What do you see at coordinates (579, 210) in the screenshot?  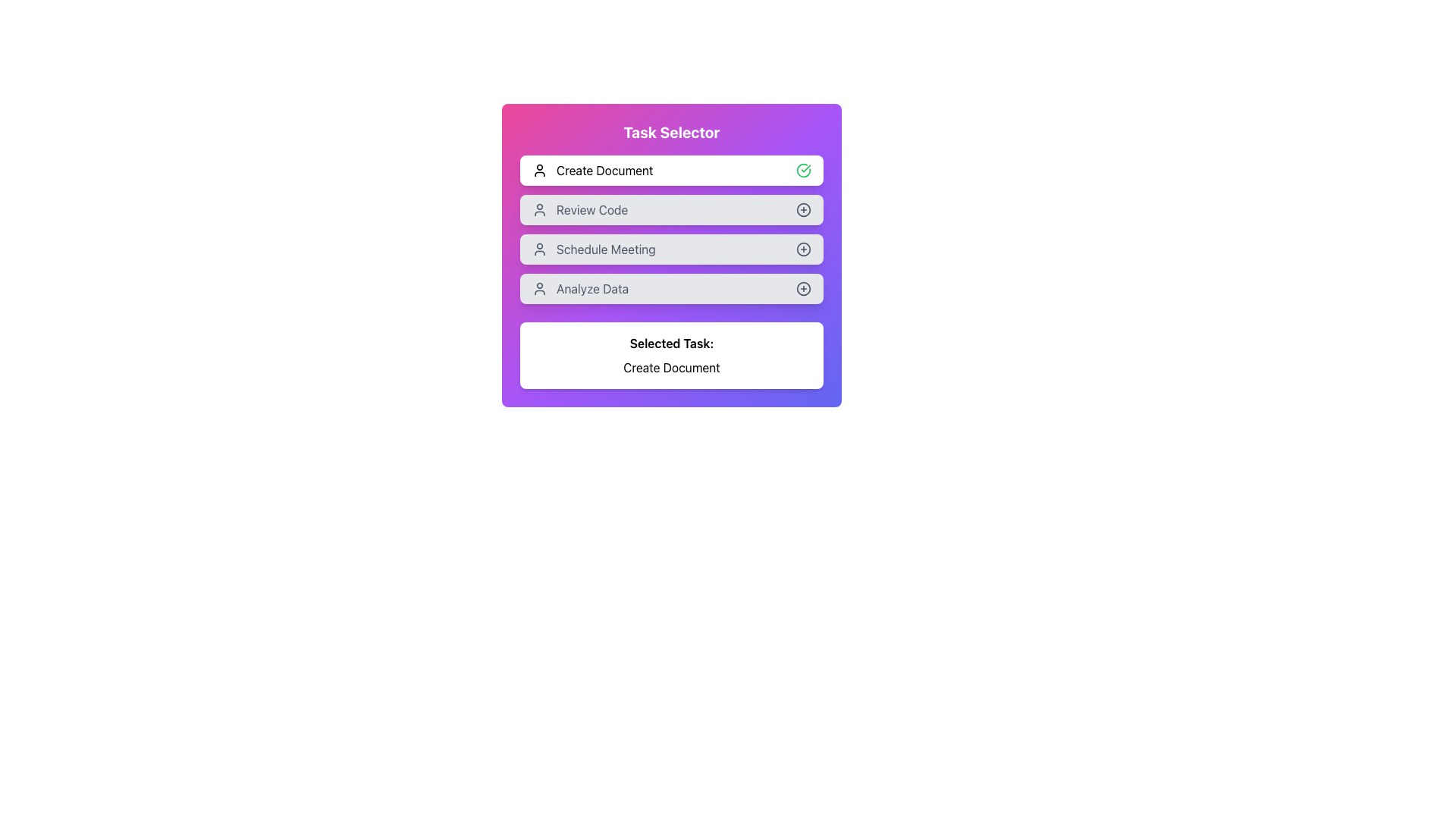 I see `the 'Review Code' button, which is the second option in the task list of the 'Task Selector' modal` at bounding box center [579, 210].